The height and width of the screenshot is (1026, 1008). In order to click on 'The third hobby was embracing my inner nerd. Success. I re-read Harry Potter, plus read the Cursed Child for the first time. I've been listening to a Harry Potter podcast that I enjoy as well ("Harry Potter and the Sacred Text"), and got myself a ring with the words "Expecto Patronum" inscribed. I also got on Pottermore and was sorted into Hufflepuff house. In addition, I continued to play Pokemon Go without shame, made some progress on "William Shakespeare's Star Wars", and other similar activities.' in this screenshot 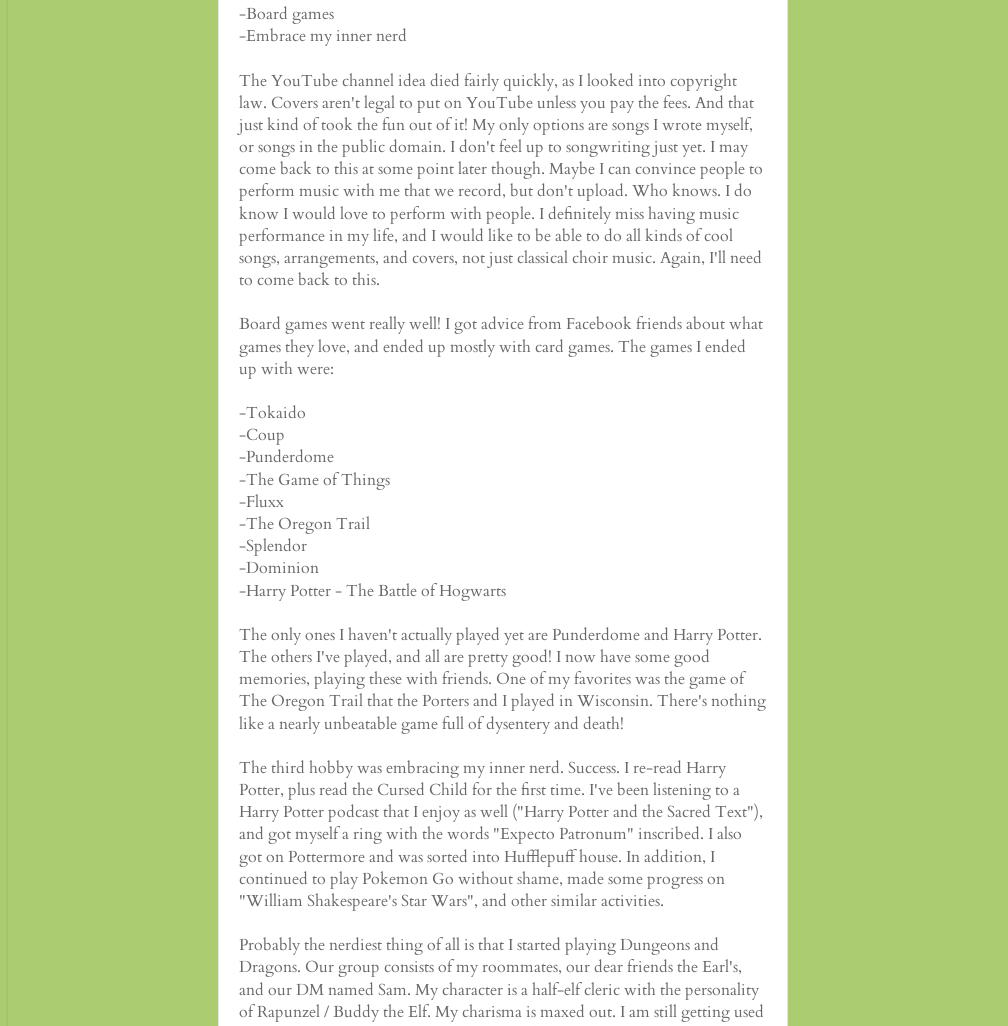, I will do `click(500, 833)`.